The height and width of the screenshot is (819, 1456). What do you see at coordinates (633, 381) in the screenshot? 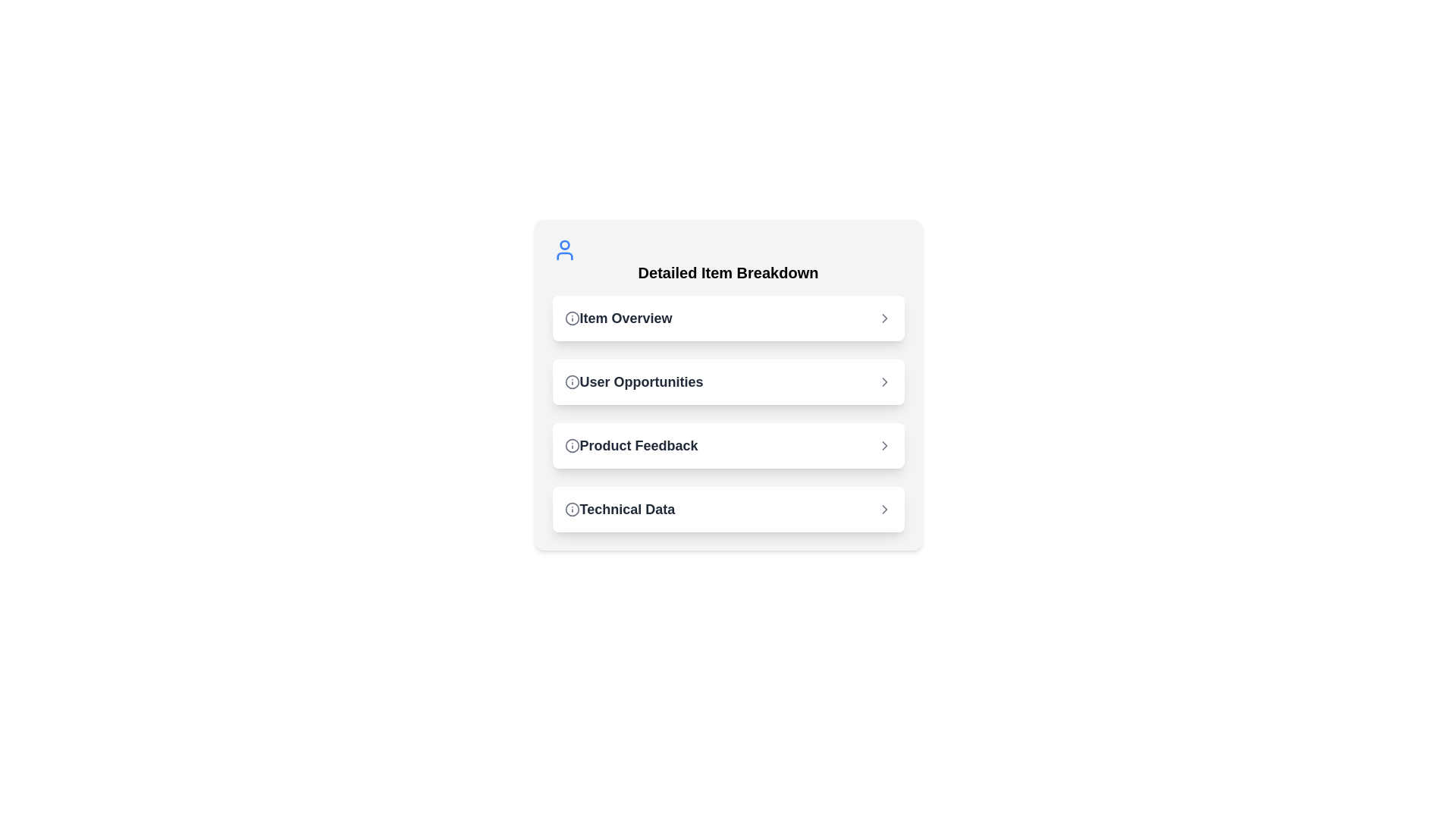
I see `the 'User Opportunities' text in the vertical menu located beneath the heading 'Detailed Item Breakdown'` at bounding box center [633, 381].